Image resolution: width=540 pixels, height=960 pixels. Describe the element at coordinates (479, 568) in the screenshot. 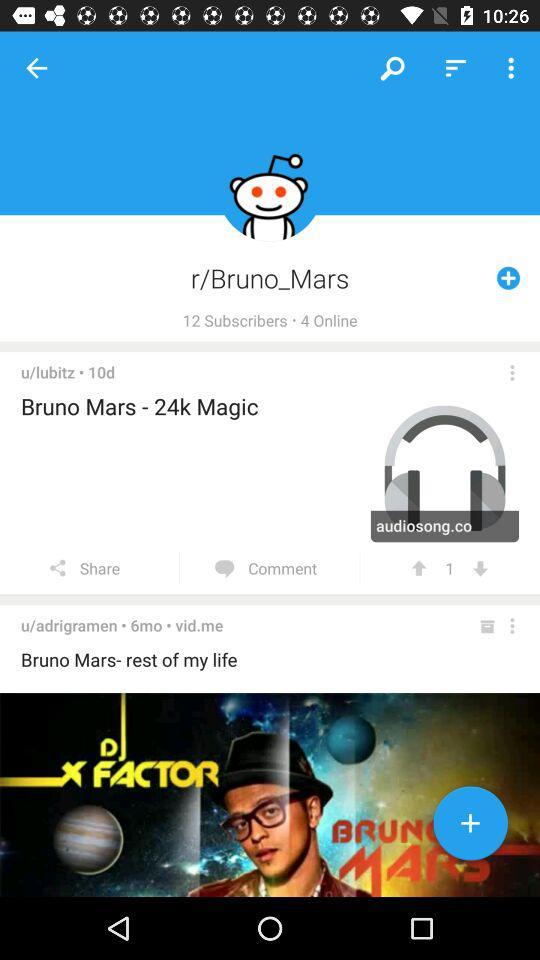

I see `downvote` at that location.